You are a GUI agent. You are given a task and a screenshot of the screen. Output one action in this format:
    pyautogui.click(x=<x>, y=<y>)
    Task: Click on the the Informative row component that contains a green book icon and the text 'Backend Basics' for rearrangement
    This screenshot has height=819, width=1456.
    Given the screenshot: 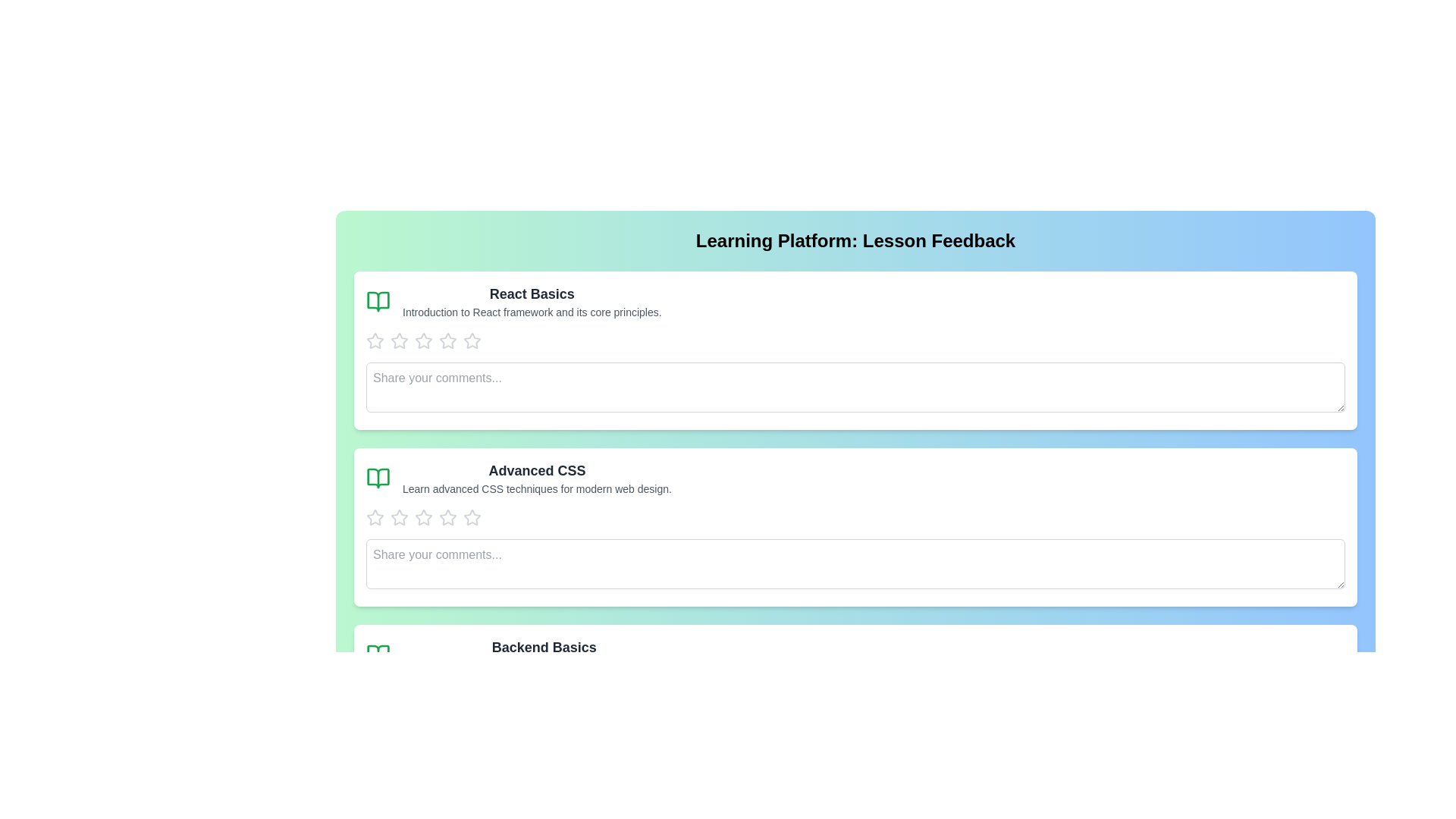 What is the action you would take?
    pyautogui.click(x=855, y=654)
    